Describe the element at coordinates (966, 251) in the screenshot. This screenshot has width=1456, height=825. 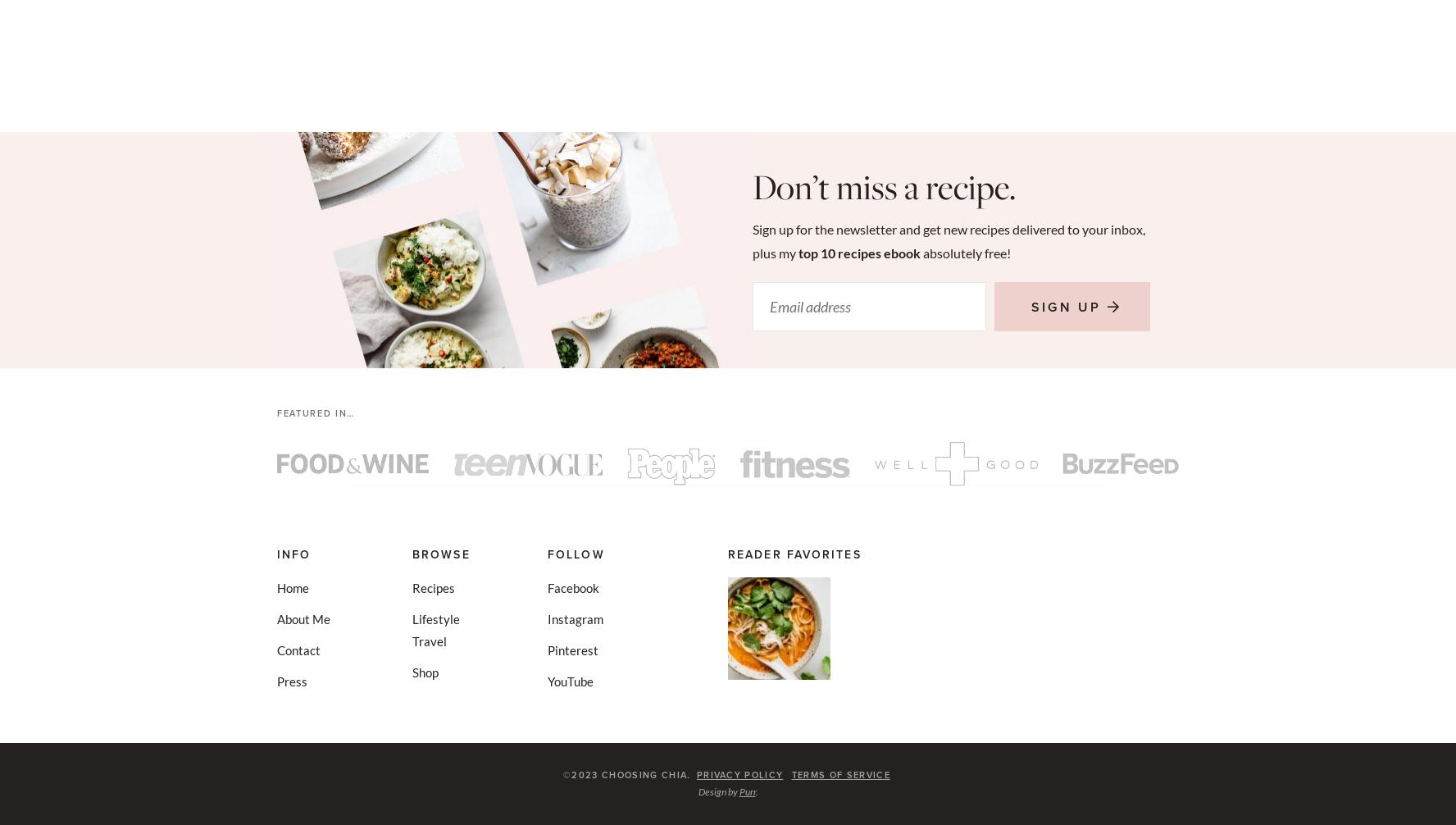
I see `'absolutely free!'` at that location.